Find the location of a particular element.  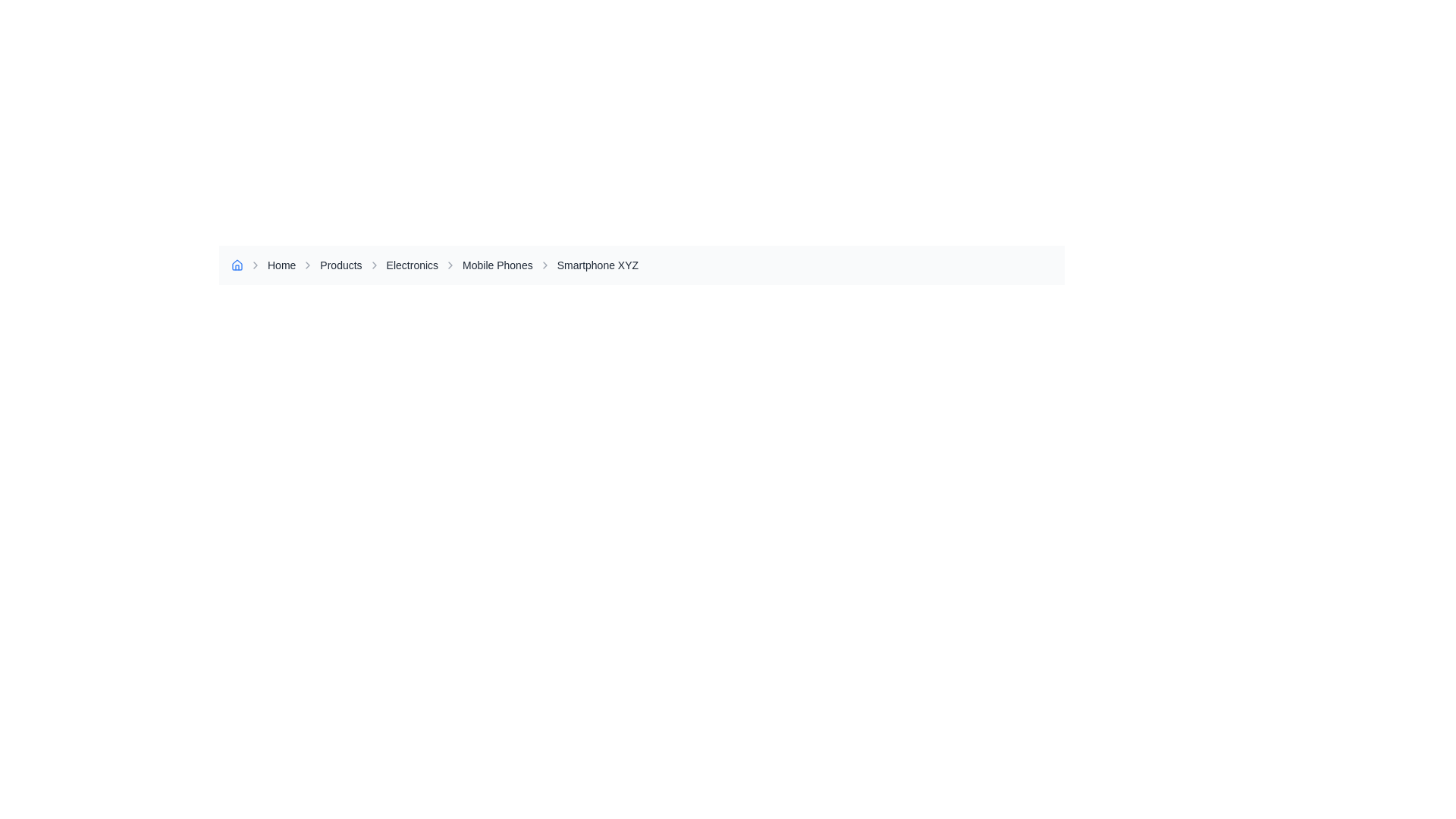

the Right-chevron icon located in the breadcrumb navigation bar, which serves as a visual indicator and separator for the 'Mobile Phones' hyperlink is located at coordinates (450, 265).